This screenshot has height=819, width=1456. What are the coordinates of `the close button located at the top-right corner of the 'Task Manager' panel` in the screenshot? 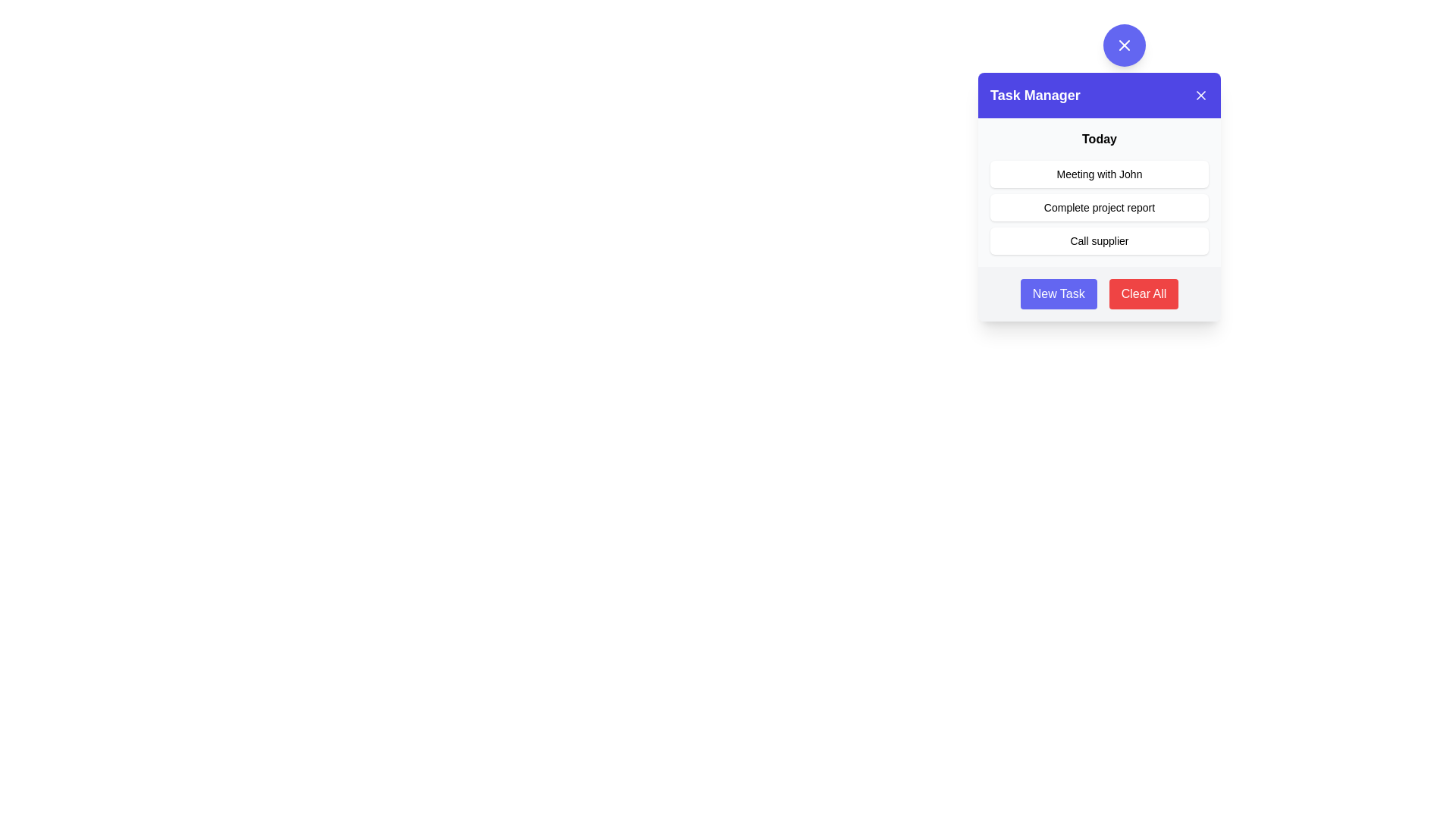 It's located at (1124, 45).